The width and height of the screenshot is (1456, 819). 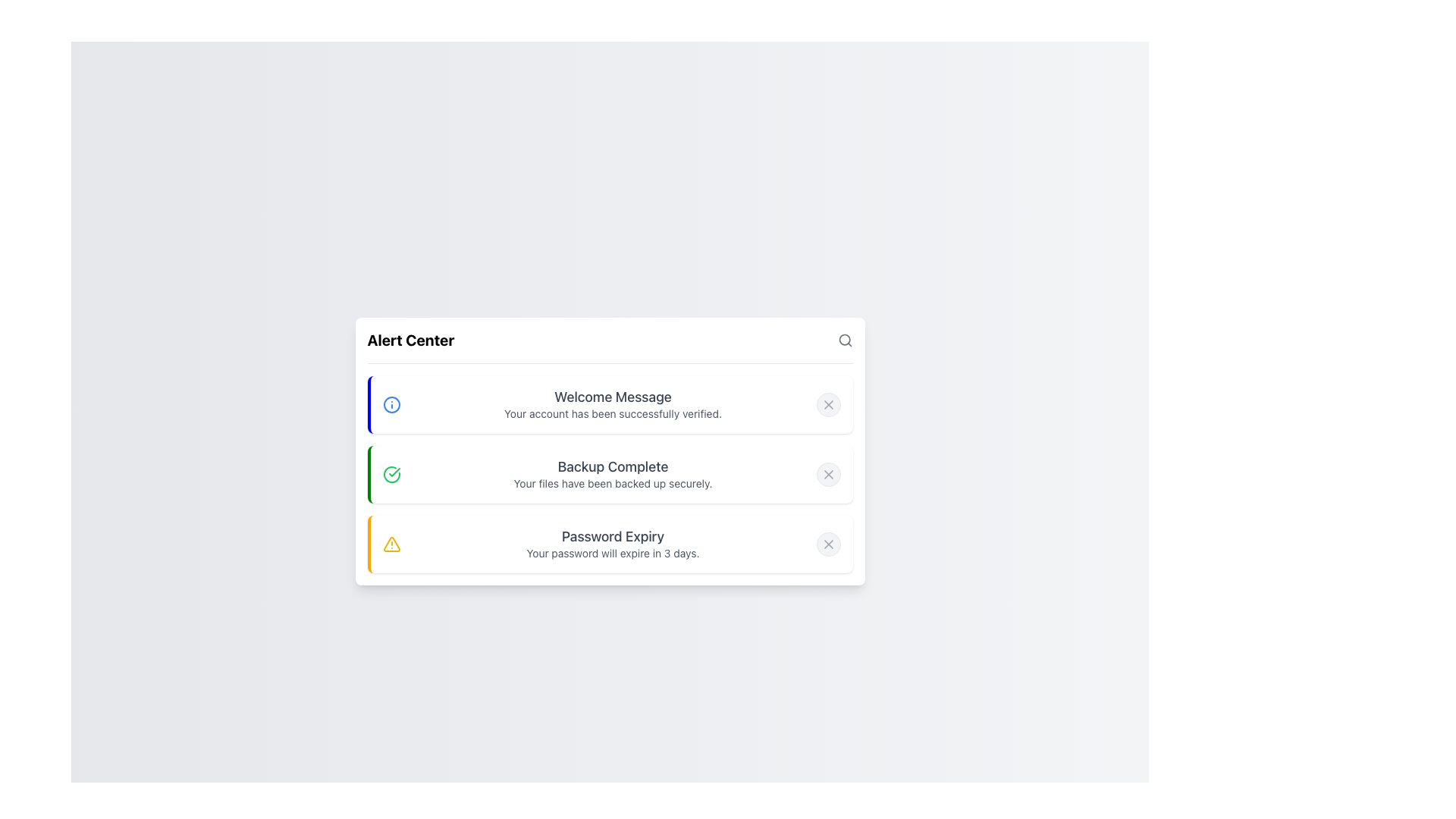 I want to click on the Informational Alert Box that displays 'Backup Complete' with a white background and a green vertical stripe on the left, so click(x=610, y=473).